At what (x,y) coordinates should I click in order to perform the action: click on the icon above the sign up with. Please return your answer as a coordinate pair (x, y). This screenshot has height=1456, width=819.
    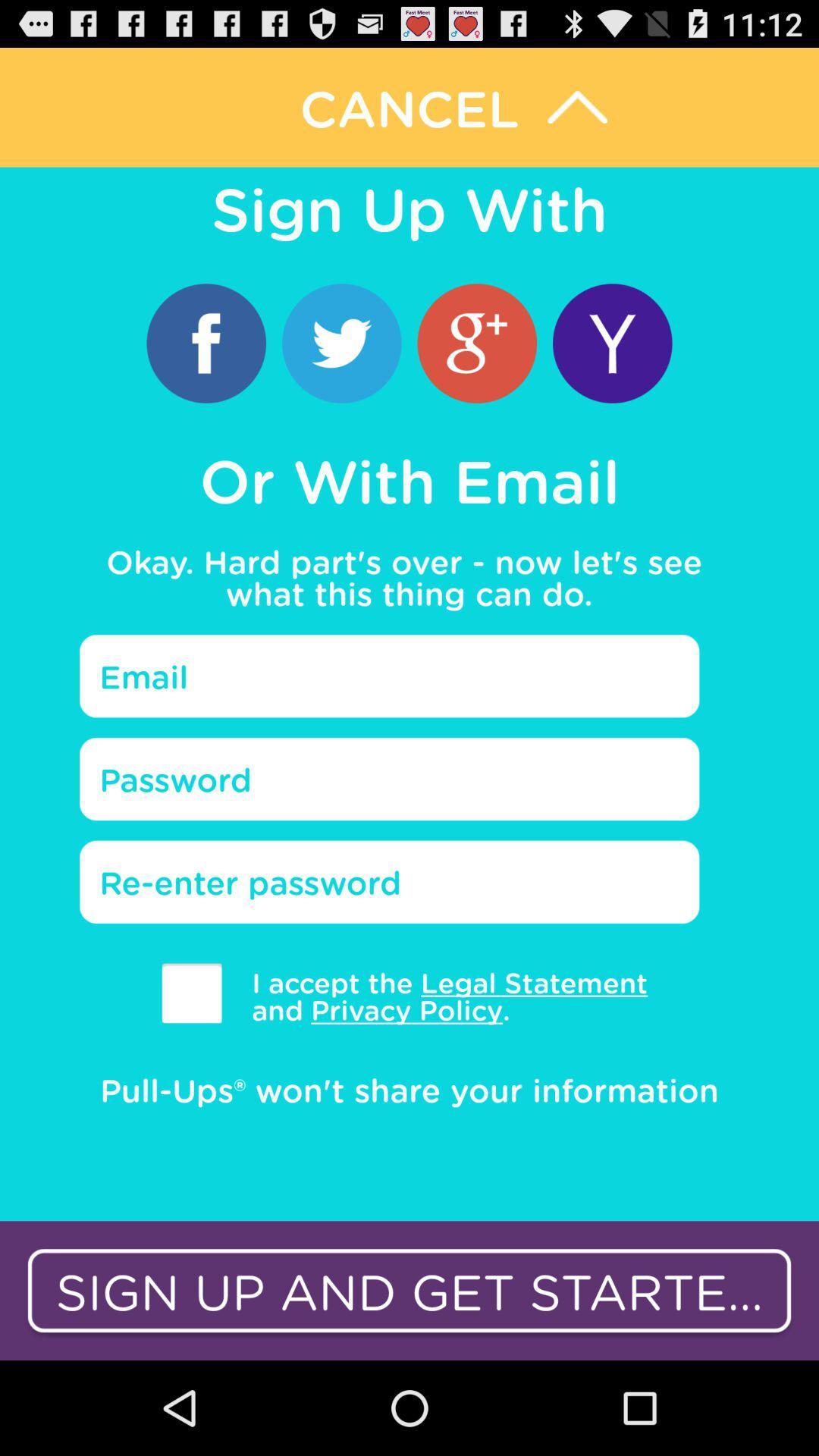
    Looking at the image, I should click on (409, 106).